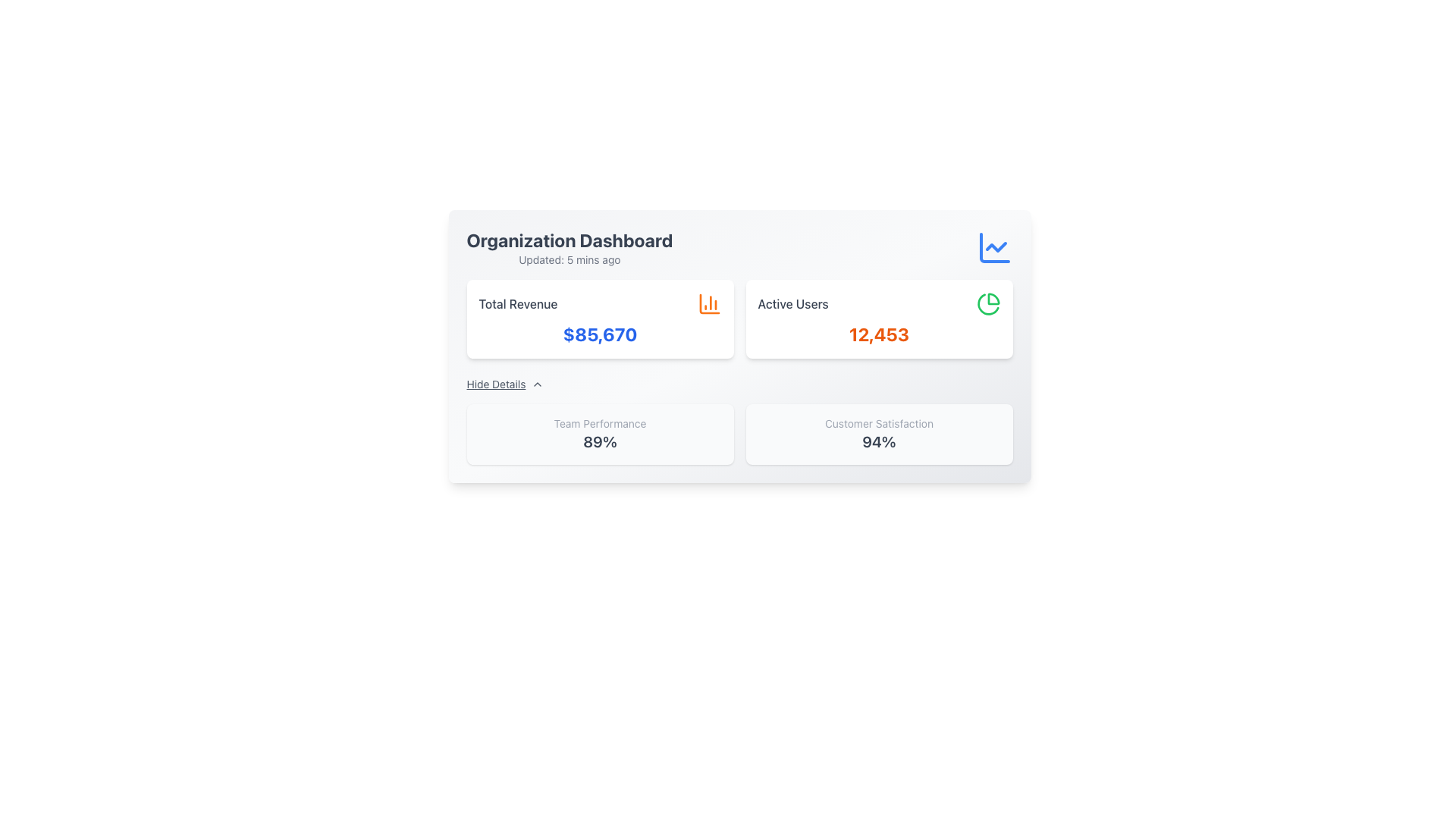 The width and height of the screenshot is (1456, 819). What do you see at coordinates (879, 333) in the screenshot?
I see `the text label displaying the count of active users located centrally beneath the 'Active Users' label in the dashboard` at bounding box center [879, 333].